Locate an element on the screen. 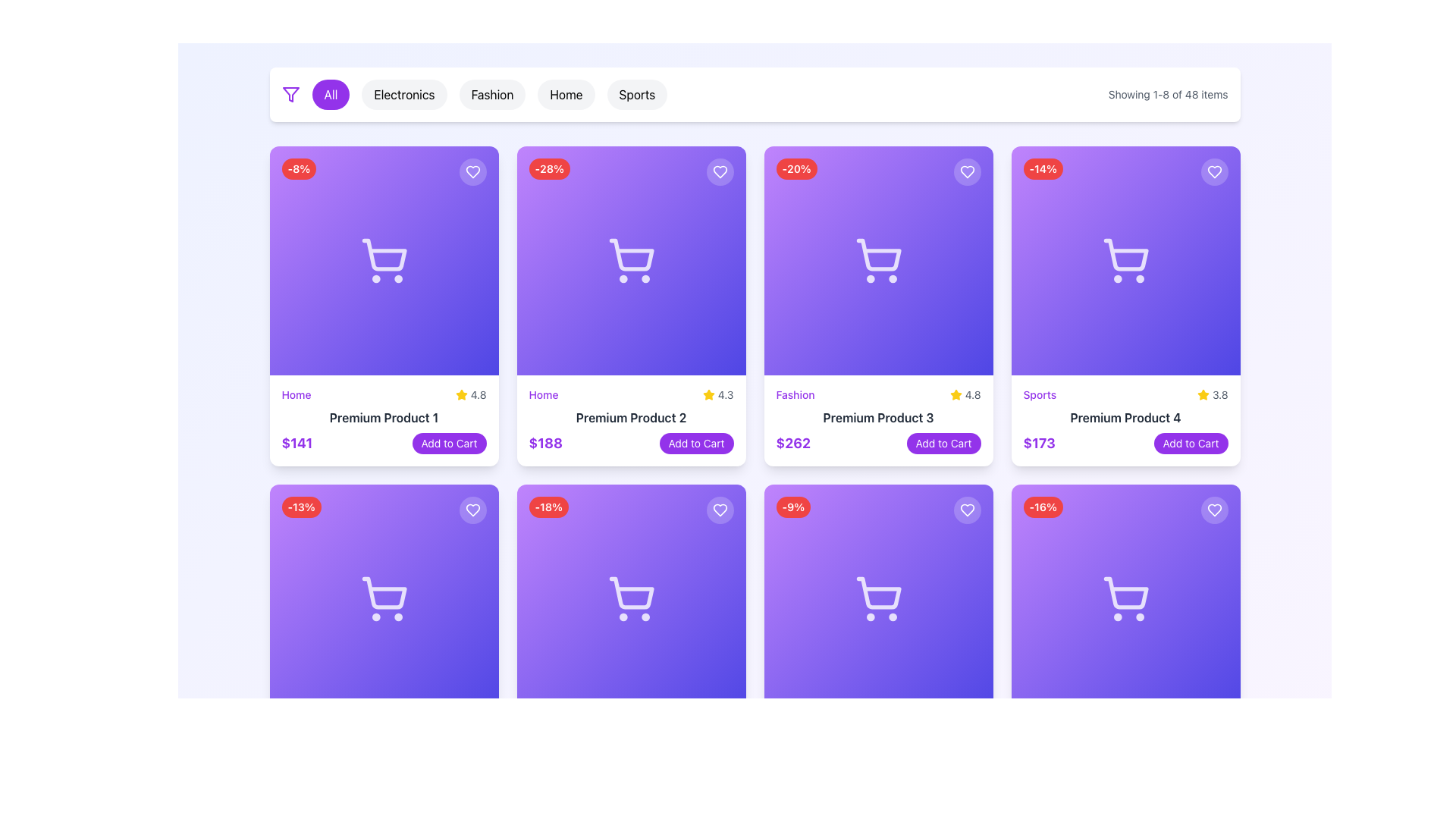 The image size is (1456, 819). the central cart icon in the fourth product card of the top row, which symbolizes adding the product to the cart is located at coordinates (1125, 254).